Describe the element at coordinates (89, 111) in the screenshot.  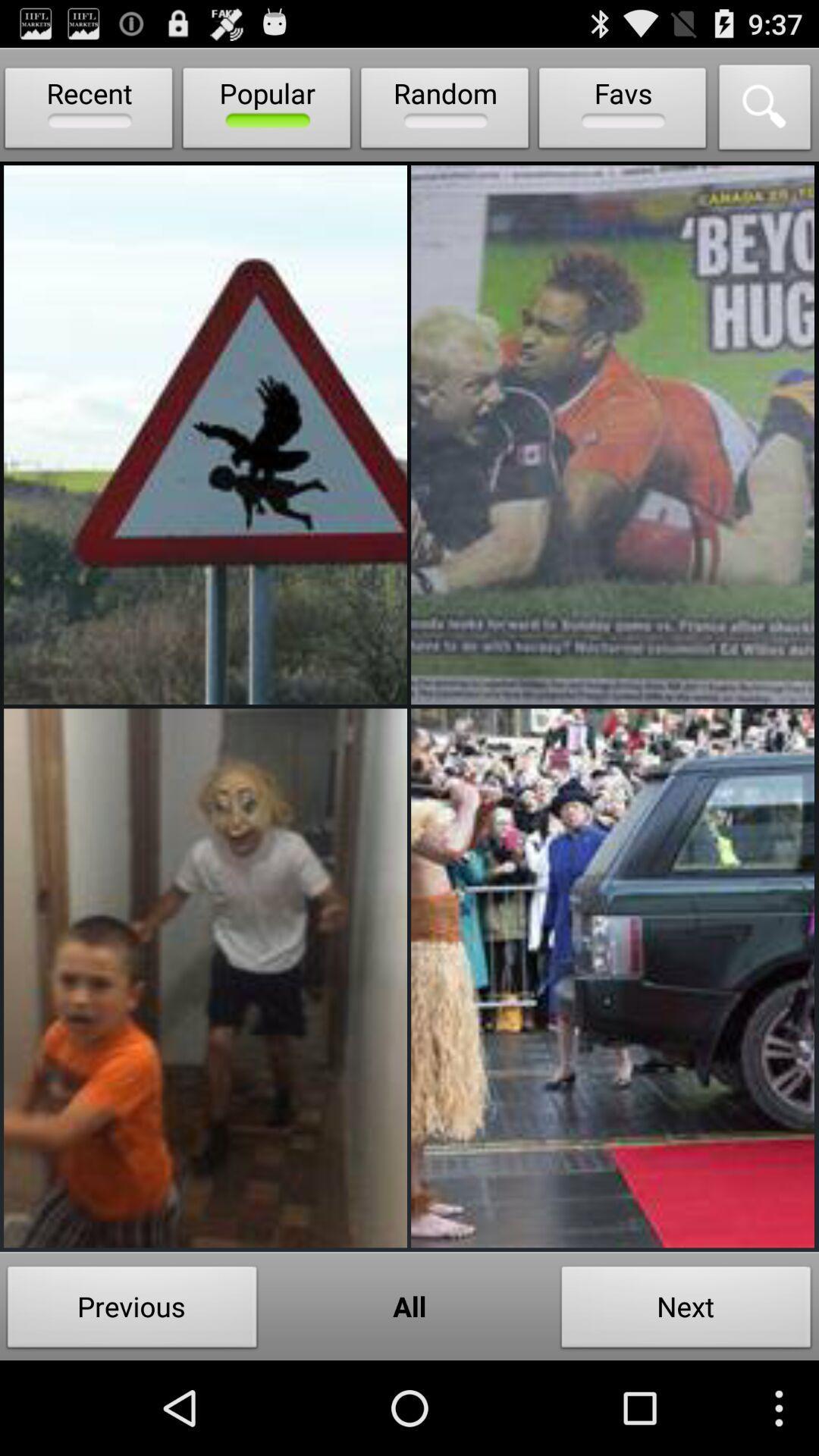
I see `the item next to the popular item` at that location.